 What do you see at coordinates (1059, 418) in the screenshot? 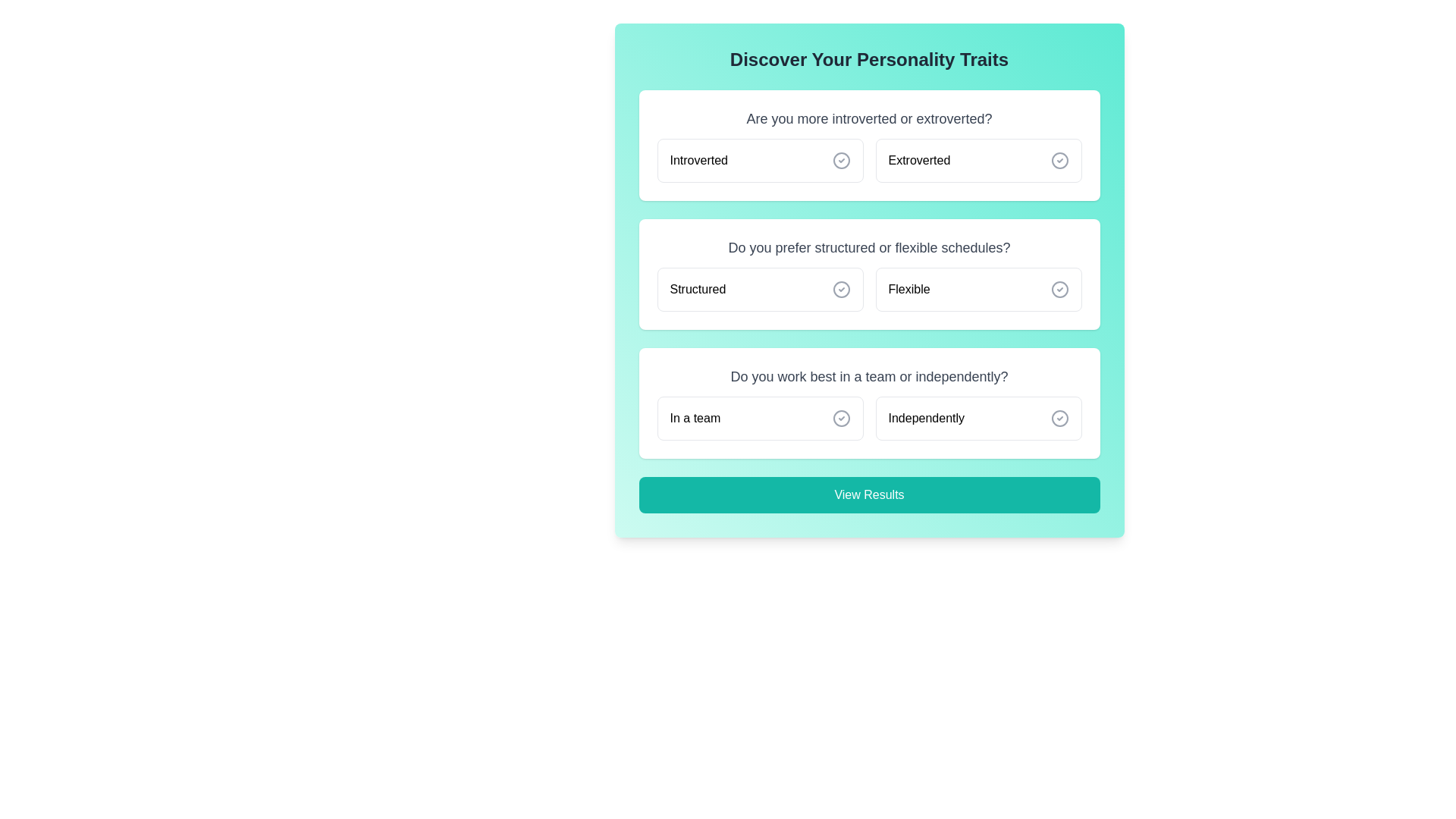
I see `the SVG circle indicating selection or status adjacent to the 'Independently' option in the third question of the quiz interface` at bounding box center [1059, 418].